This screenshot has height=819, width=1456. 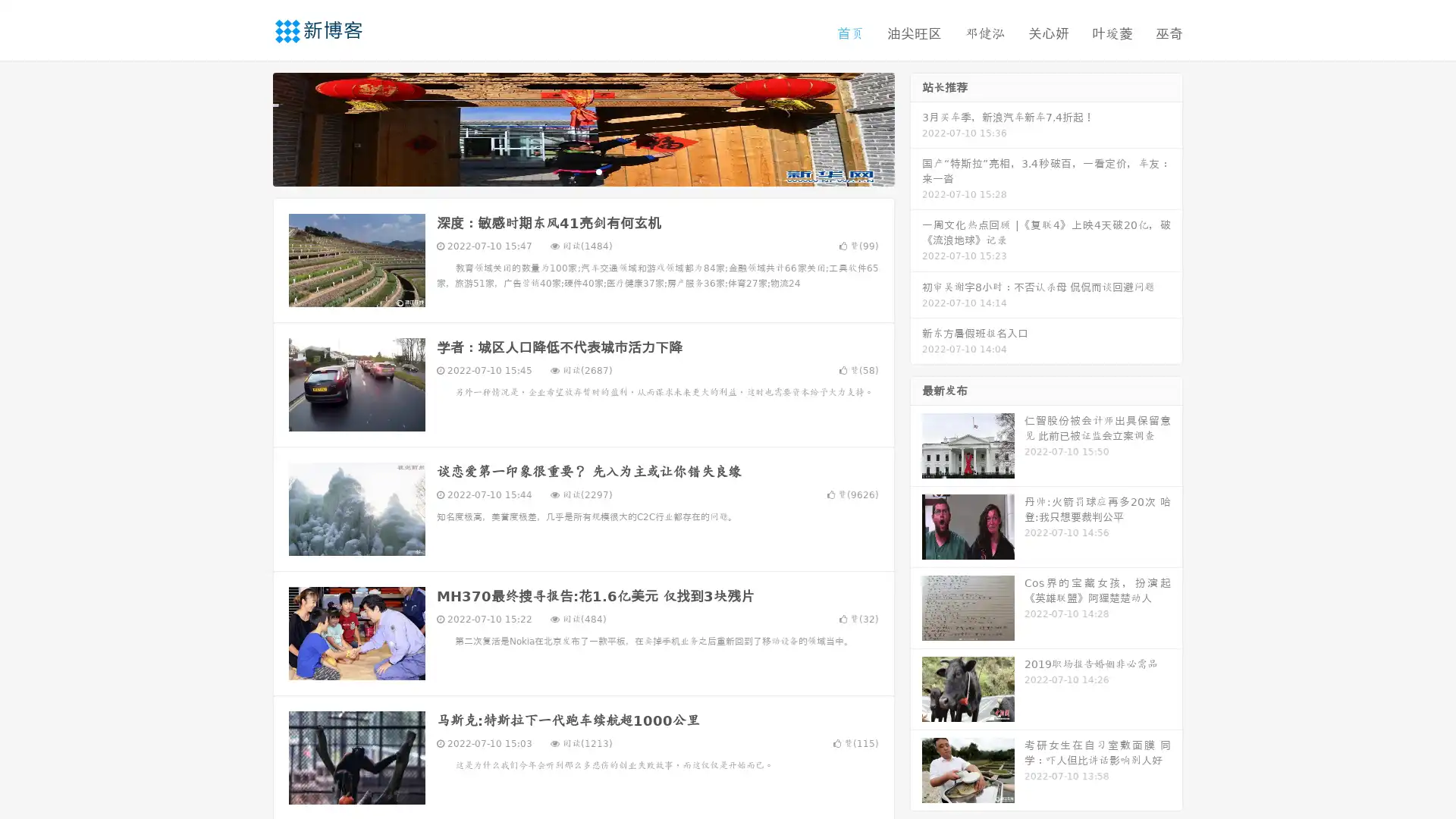 What do you see at coordinates (250, 127) in the screenshot?
I see `Previous slide` at bounding box center [250, 127].